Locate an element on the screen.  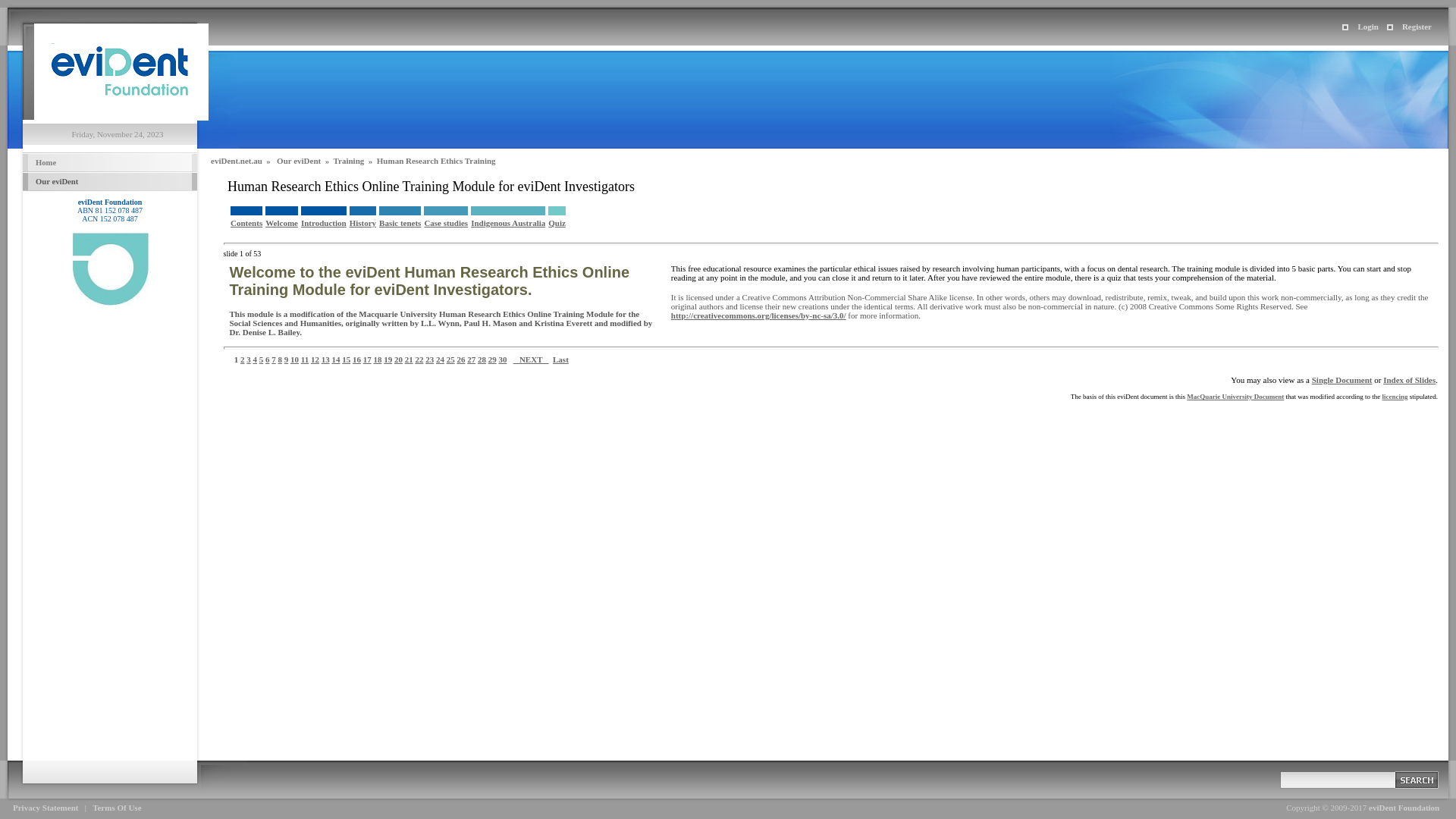
'Introduction' is located at coordinates (323, 222).